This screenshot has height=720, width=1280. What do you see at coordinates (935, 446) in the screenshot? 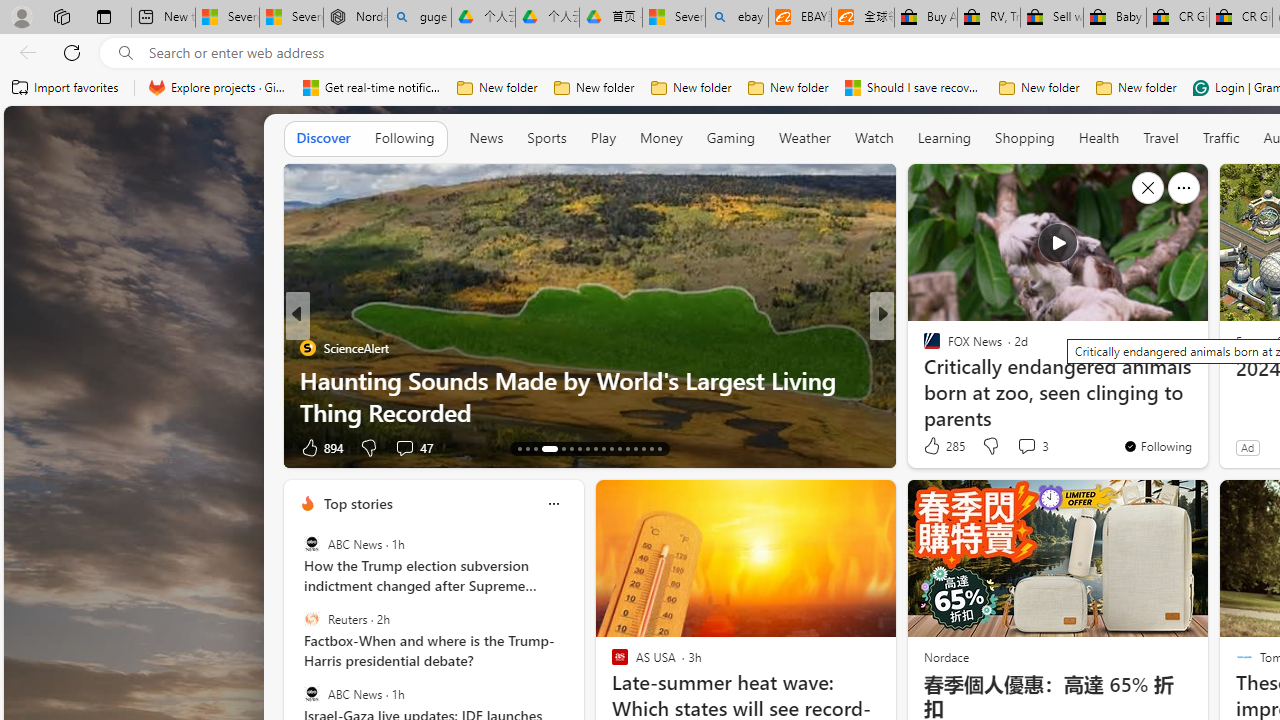
I see `'243 Like'` at bounding box center [935, 446].